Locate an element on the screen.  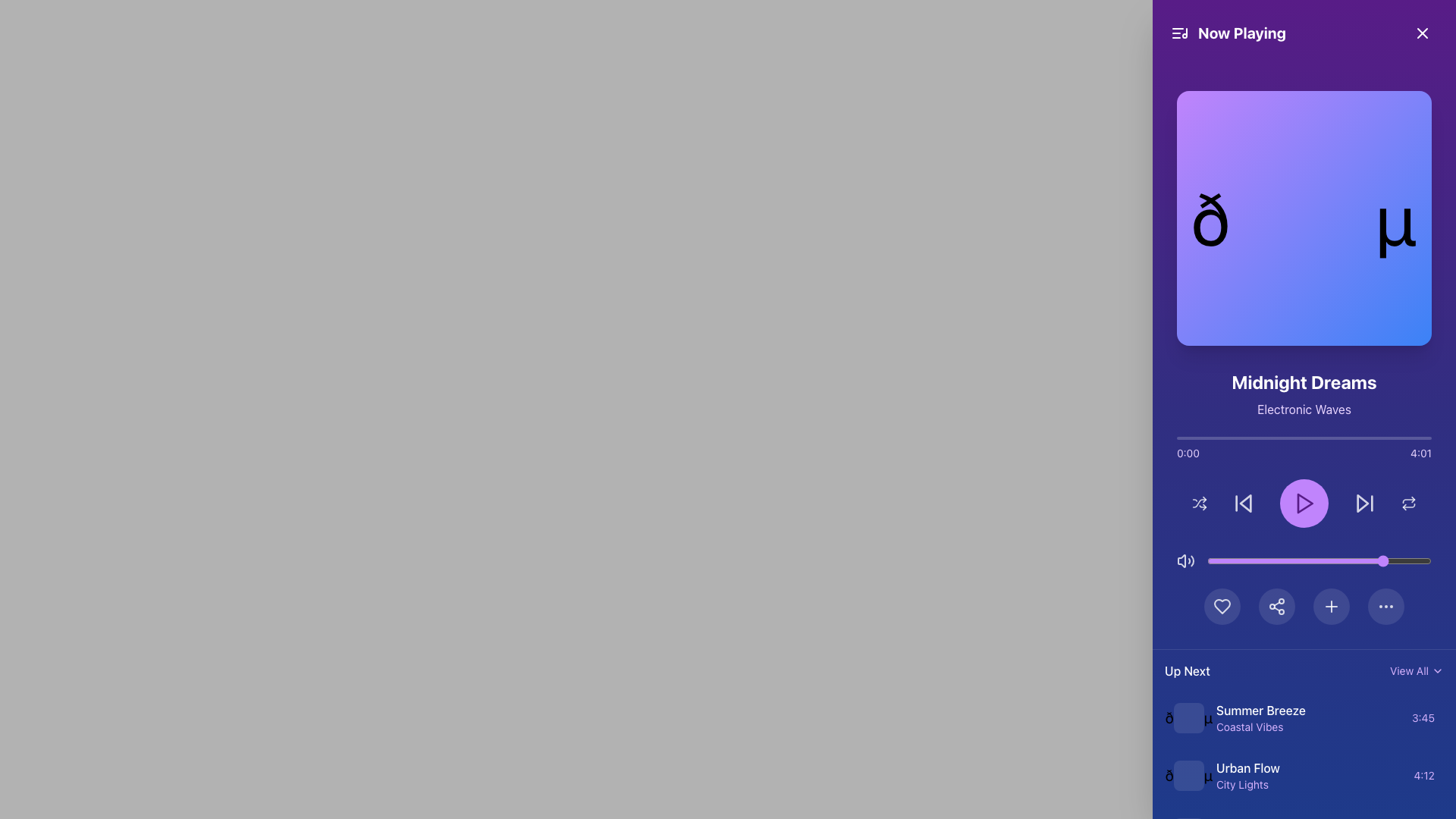
the downward-facing chevron icon located in the bottom-right region of the interface next to the 'View All' text label is located at coordinates (1437, 670).